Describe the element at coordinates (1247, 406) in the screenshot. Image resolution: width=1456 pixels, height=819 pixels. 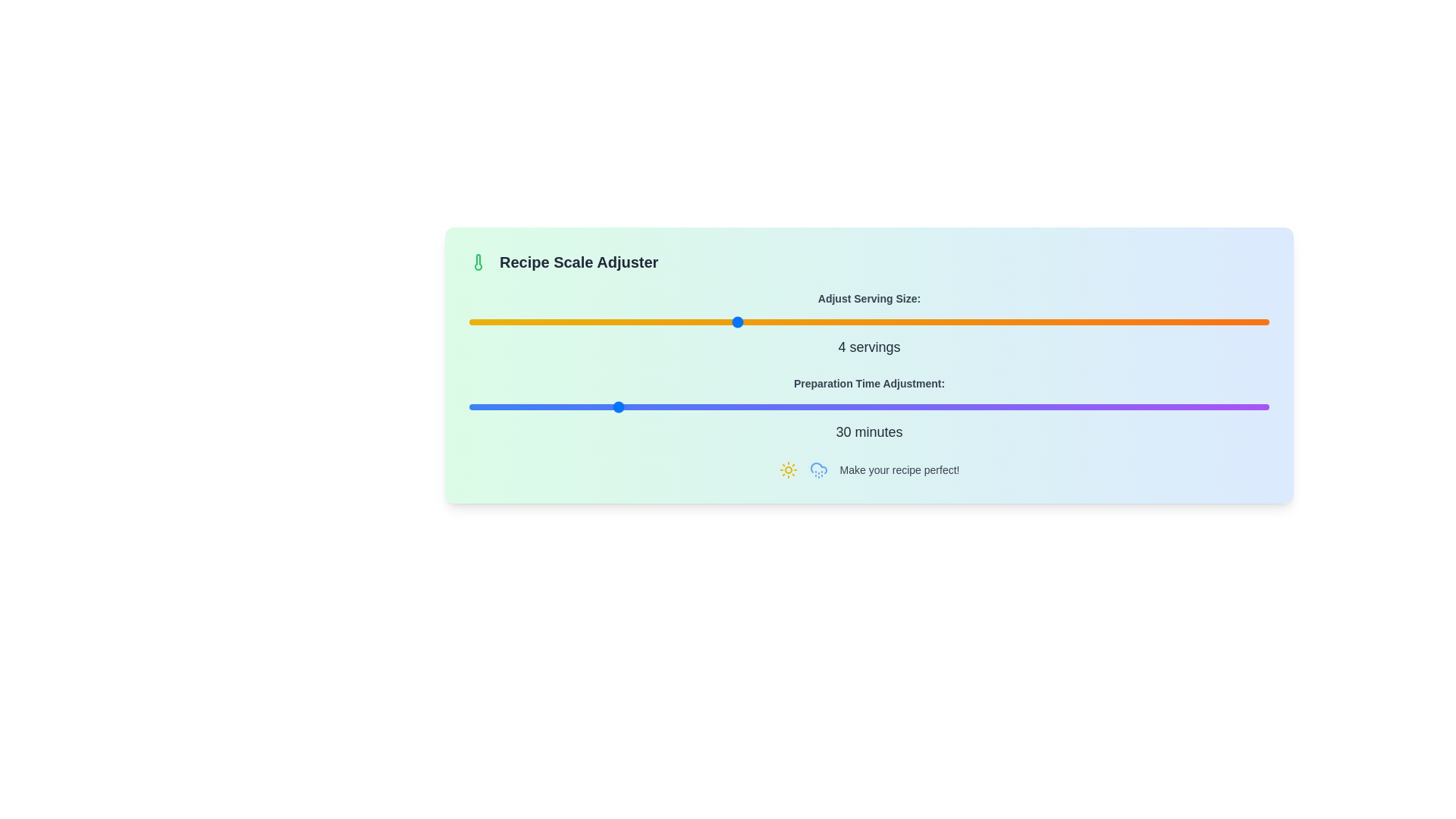
I see `preparation time adjustment` at that location.